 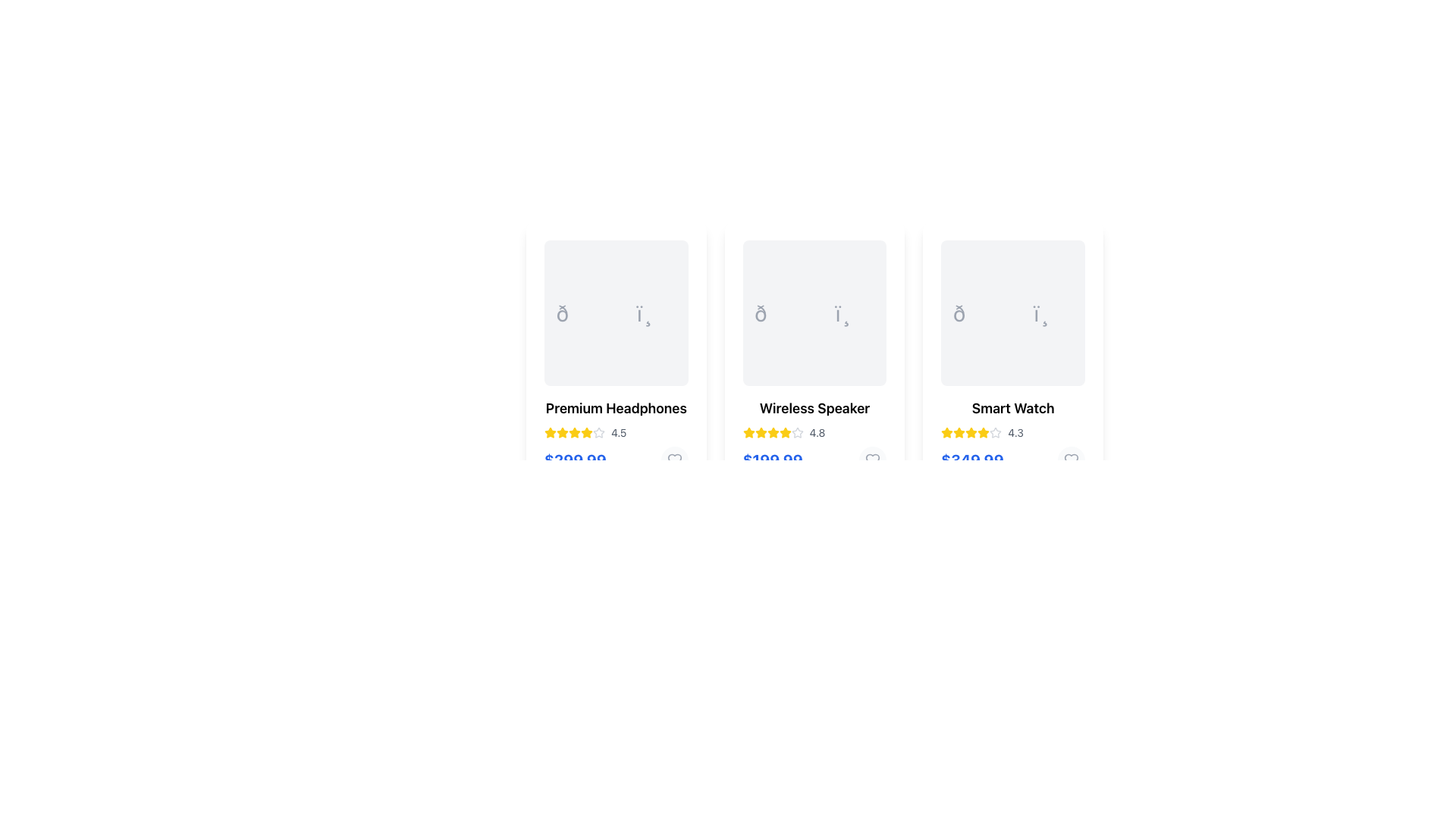 I want to click on the second star icon in the rating section of the 'Wireless Speaker' product display, so click(x=785, y=432).